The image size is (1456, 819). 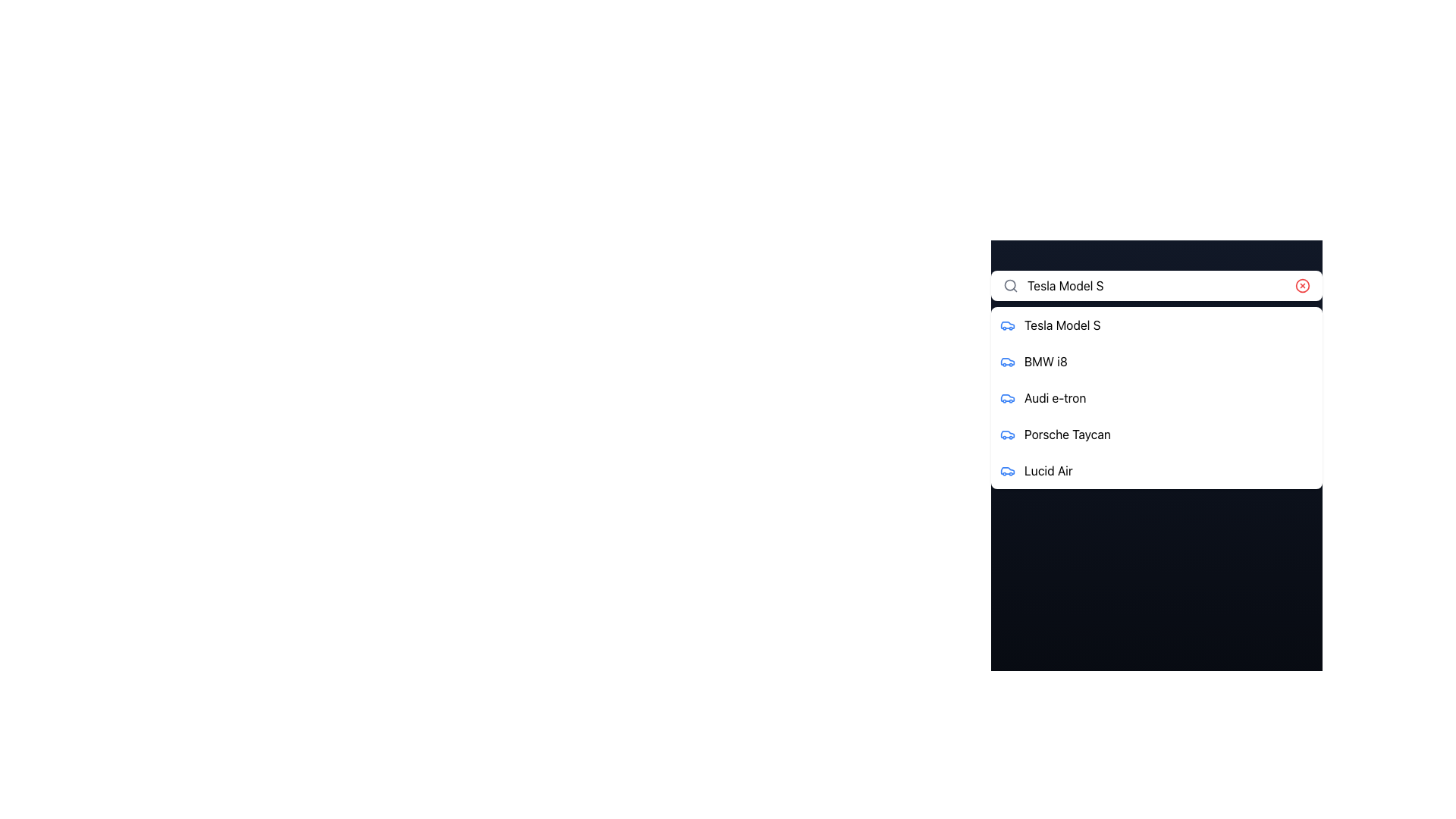 What do you see at coordinates (1010, 285) in the screenshot?
I see `the decorative circle element representing the lens of the magnifying glass icon located at the start of the search field` at bounding box center [1010, 285].